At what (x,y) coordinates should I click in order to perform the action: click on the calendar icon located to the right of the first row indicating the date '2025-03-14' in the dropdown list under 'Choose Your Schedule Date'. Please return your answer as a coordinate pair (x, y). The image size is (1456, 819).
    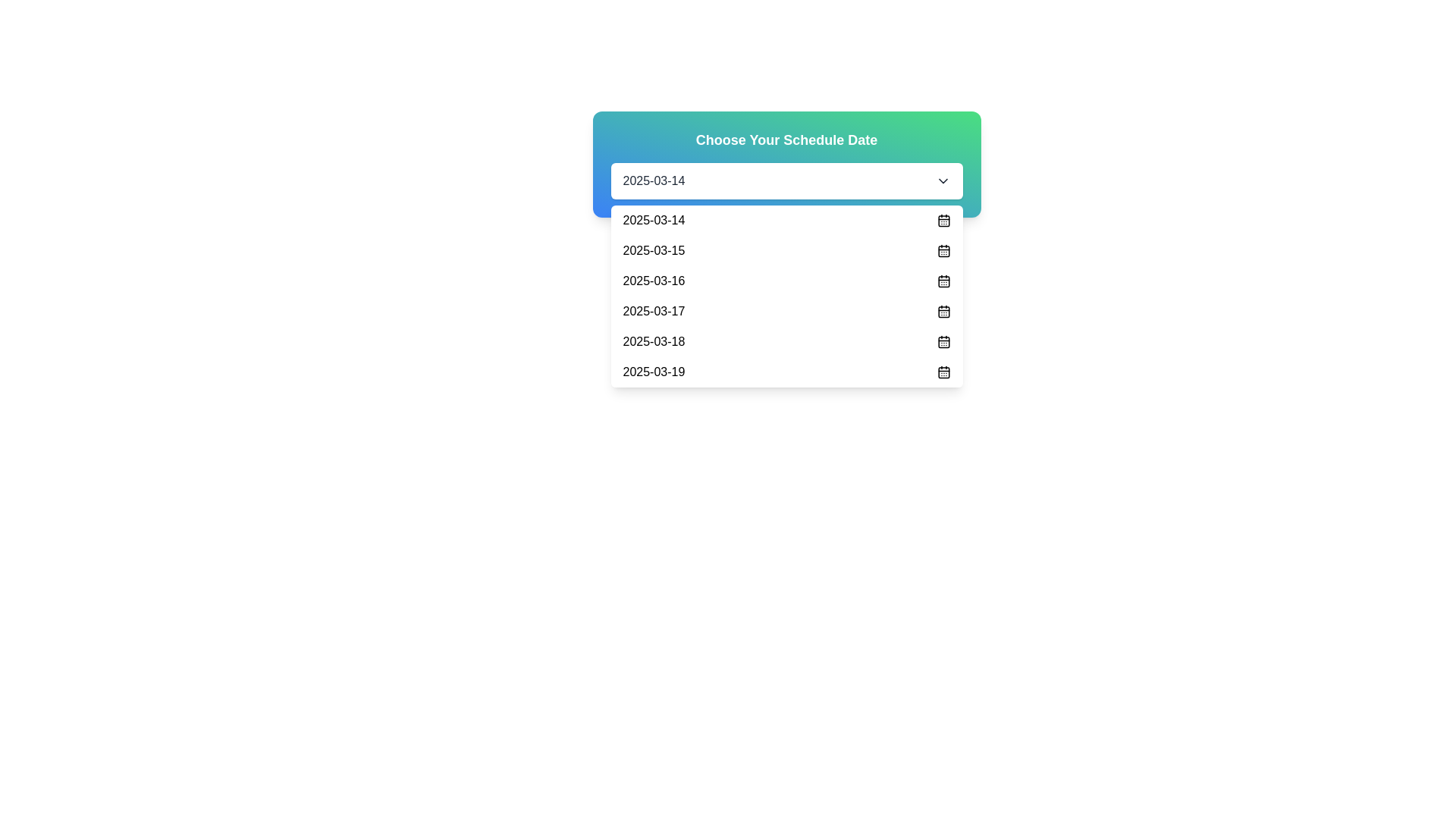
    Looking at the image, I should click on (943, 221).